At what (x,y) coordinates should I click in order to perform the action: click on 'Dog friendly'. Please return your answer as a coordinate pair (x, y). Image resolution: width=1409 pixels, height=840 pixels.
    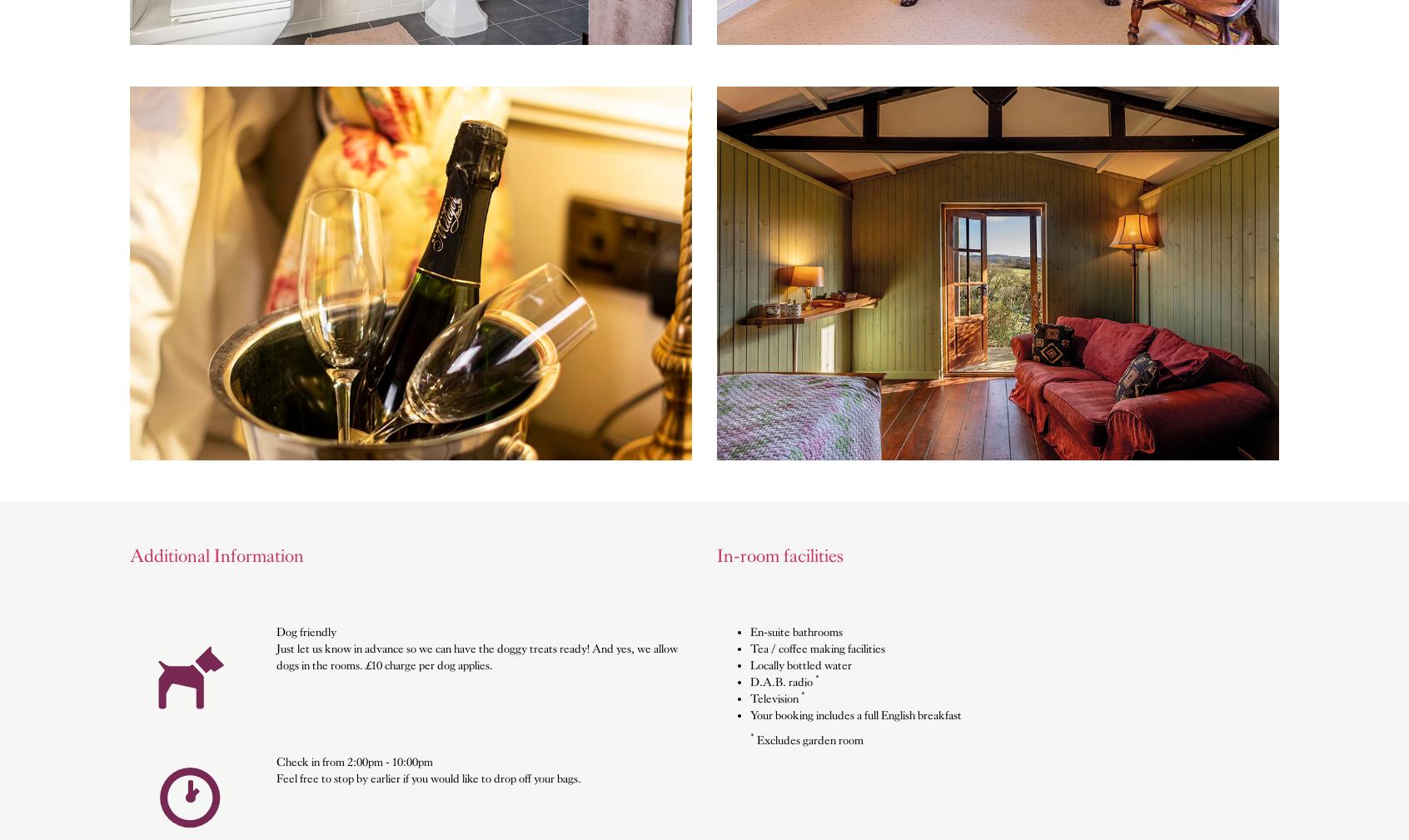
    Looking at the image, I should click on (275, 631).